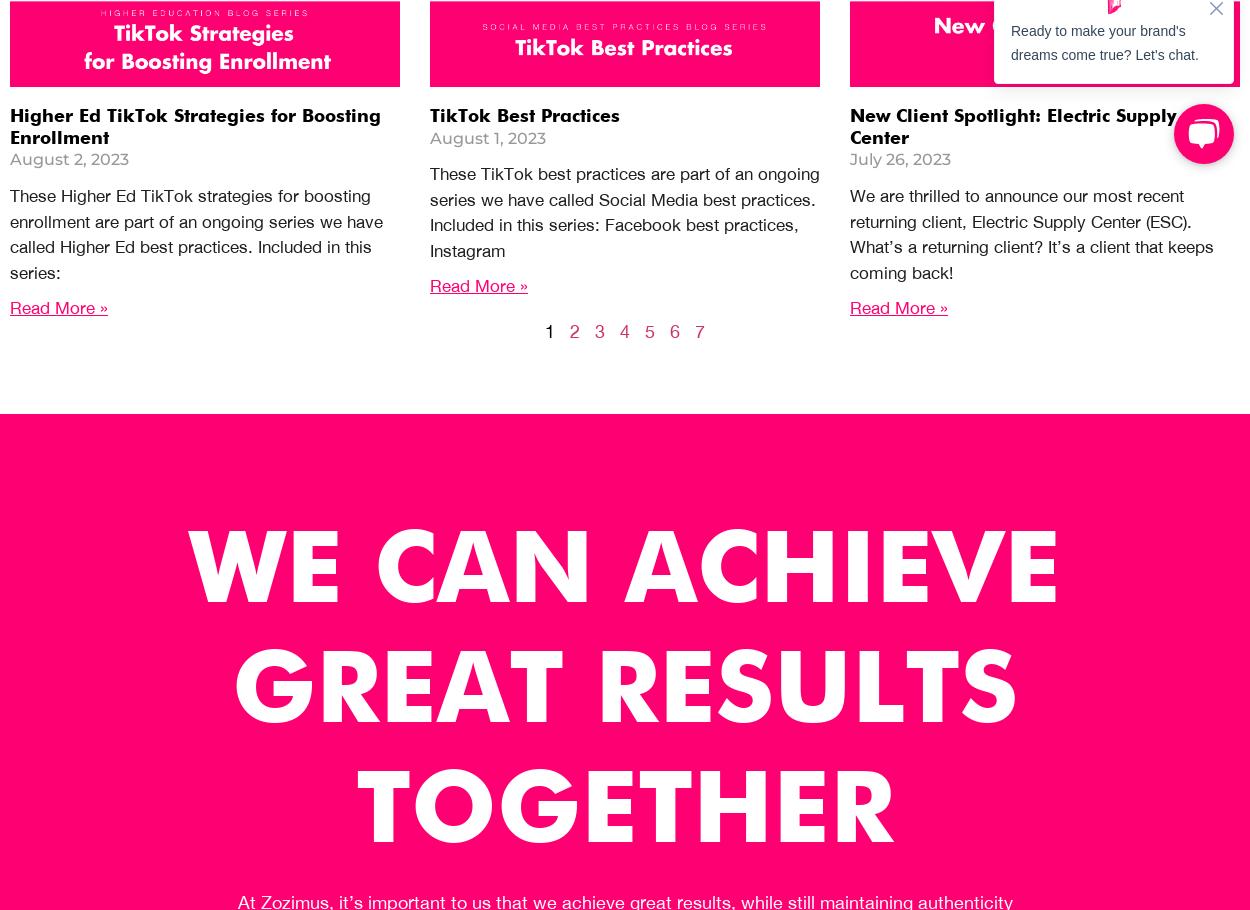 This screenshot has height=910, width=1250. What do you see at coordinates (1032, 233) in the screenshot?
I see `'We are thrilled to announce our most recent returning client, Electric Supply Center (ESC). What’s a returning client? It’s a client that keeps coming back!'` at bounding box center [1032, 233].